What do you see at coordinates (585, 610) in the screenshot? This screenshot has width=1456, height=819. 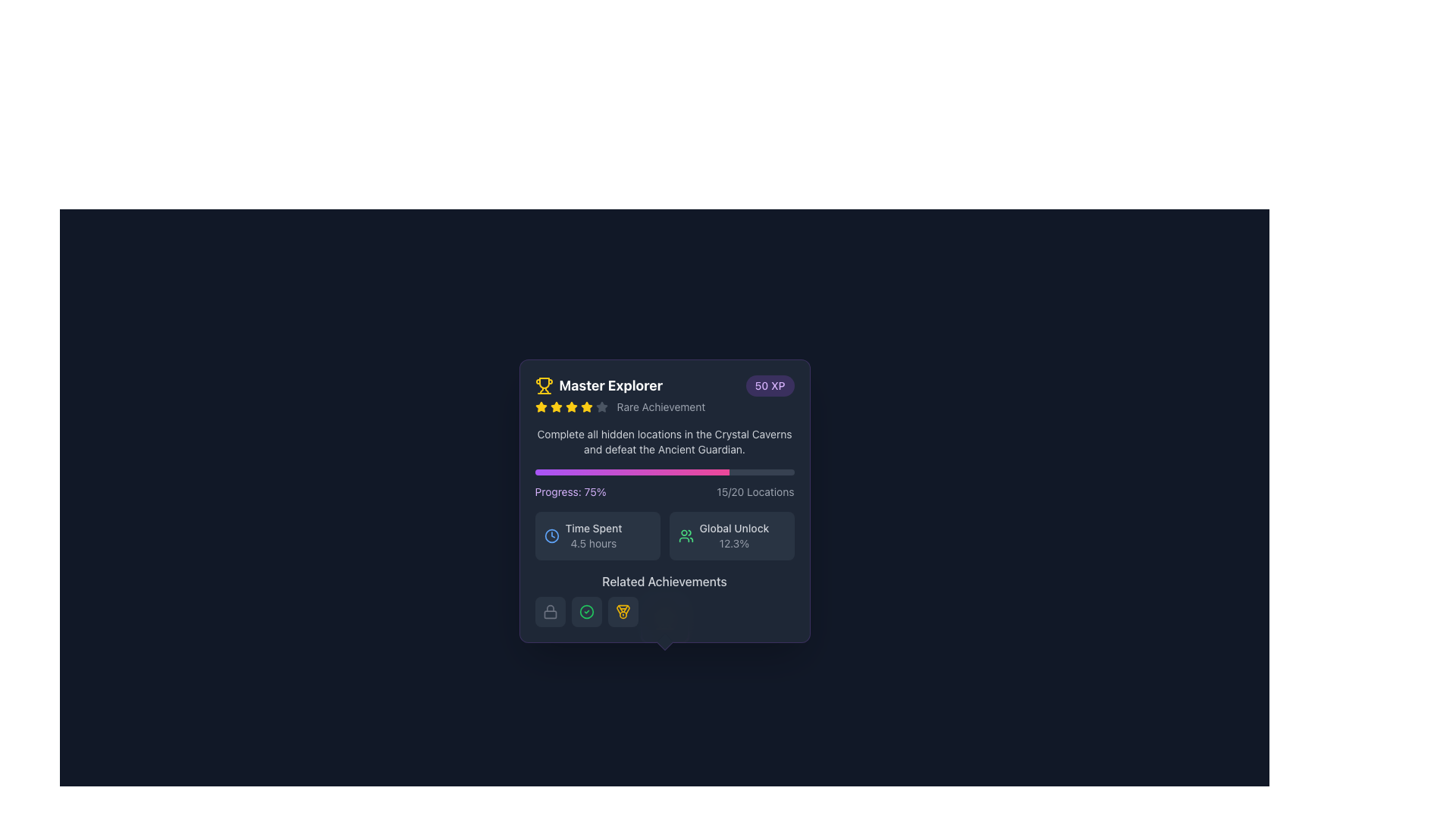 I see `the second rounded Icon button in the 'Related Achievements' section, which indicates a completed or verified task` at bounding box center [585, 610].